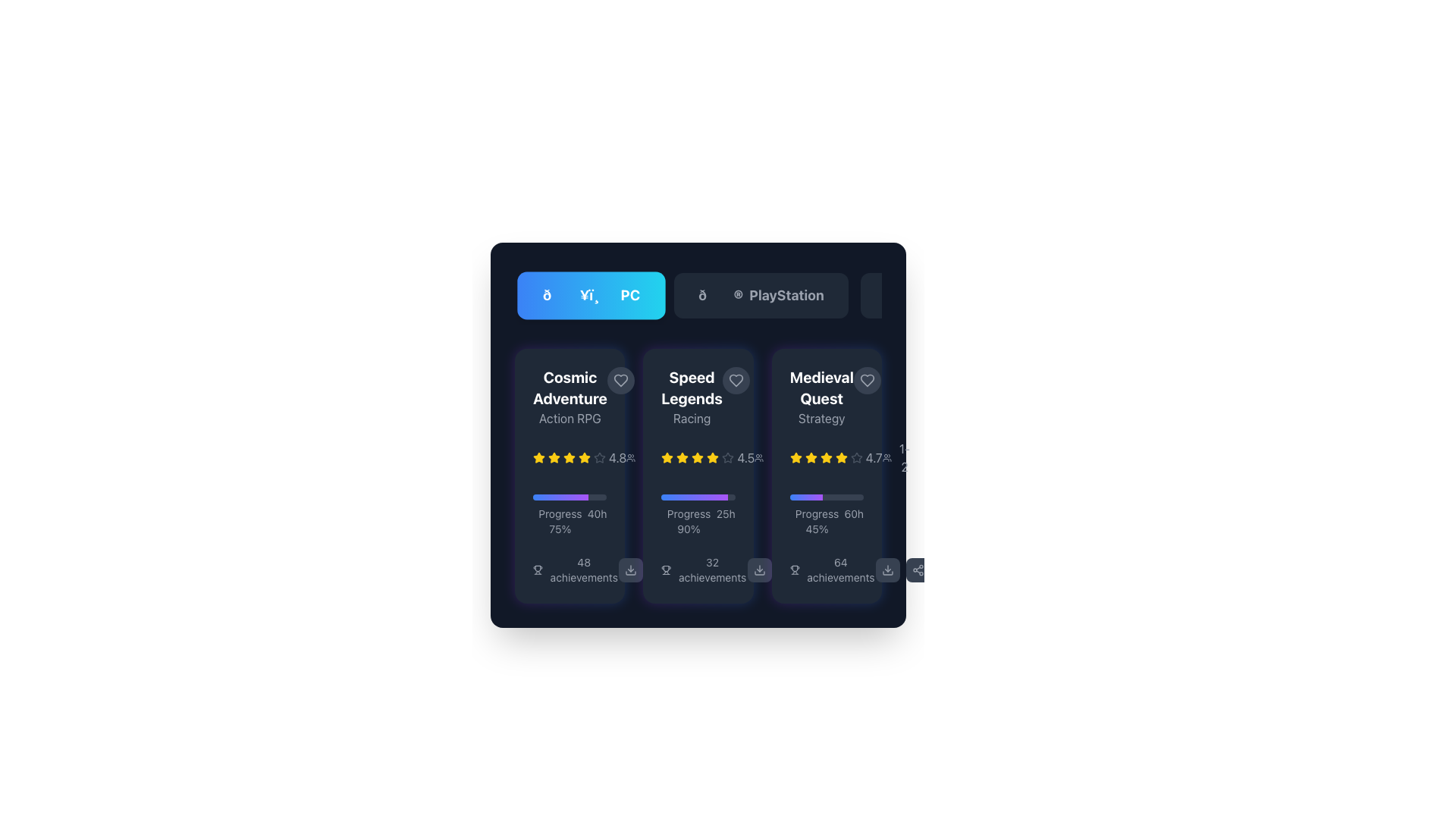 The image size is (1456, 819). What do you see at coordinates (711, 570) in the screenshot?
I see `text content of the Text Label that displays the number of achievements completed or available, located in the center of the third card in the row, beneath the progress bar and above the trophy icon` at bounding box center [711, 570].